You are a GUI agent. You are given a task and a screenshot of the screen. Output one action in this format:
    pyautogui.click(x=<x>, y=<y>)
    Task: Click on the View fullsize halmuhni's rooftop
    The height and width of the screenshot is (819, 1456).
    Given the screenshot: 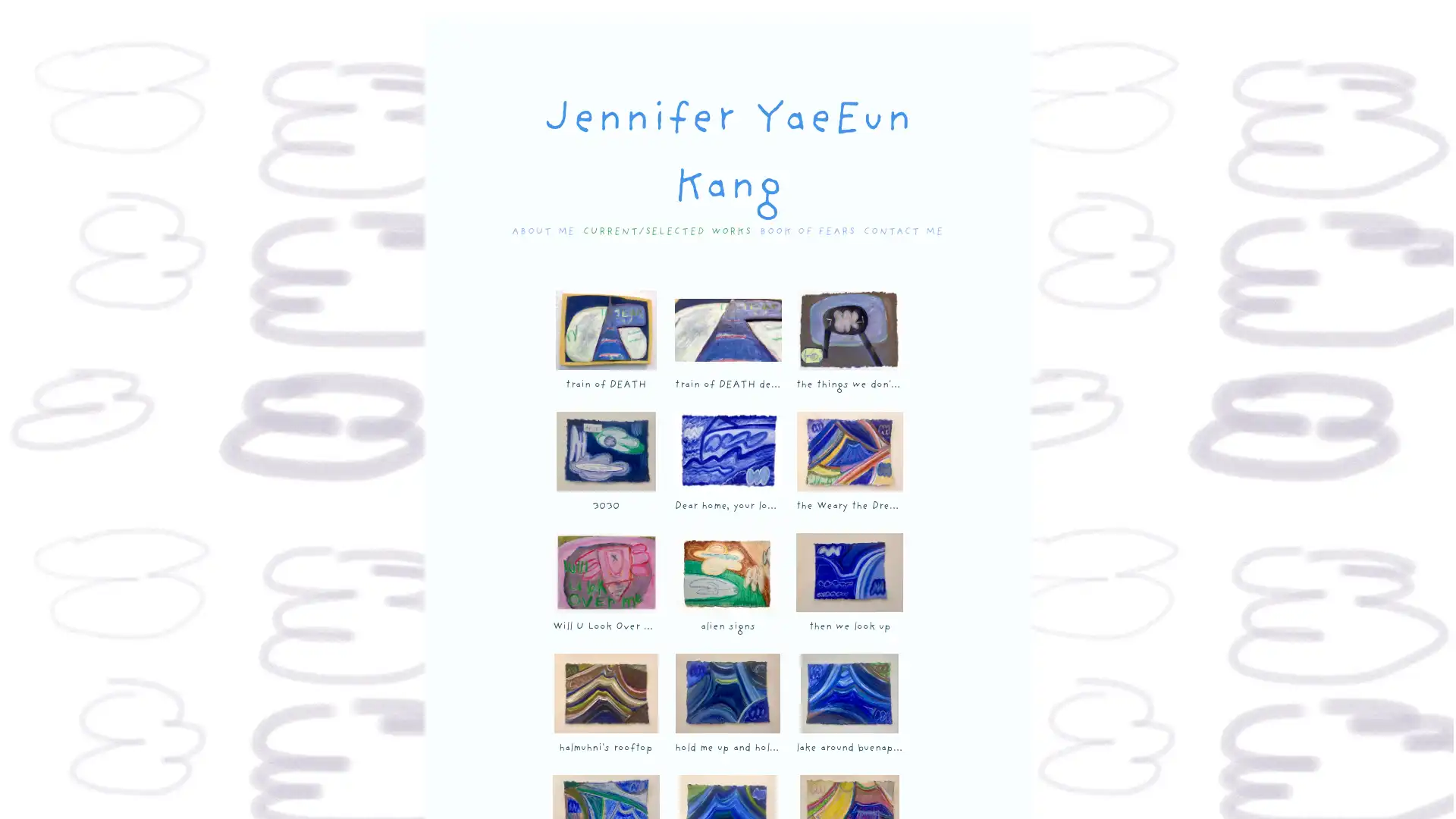 What is the action you would take?
    pyautogui.click(x=604, y=693)
    